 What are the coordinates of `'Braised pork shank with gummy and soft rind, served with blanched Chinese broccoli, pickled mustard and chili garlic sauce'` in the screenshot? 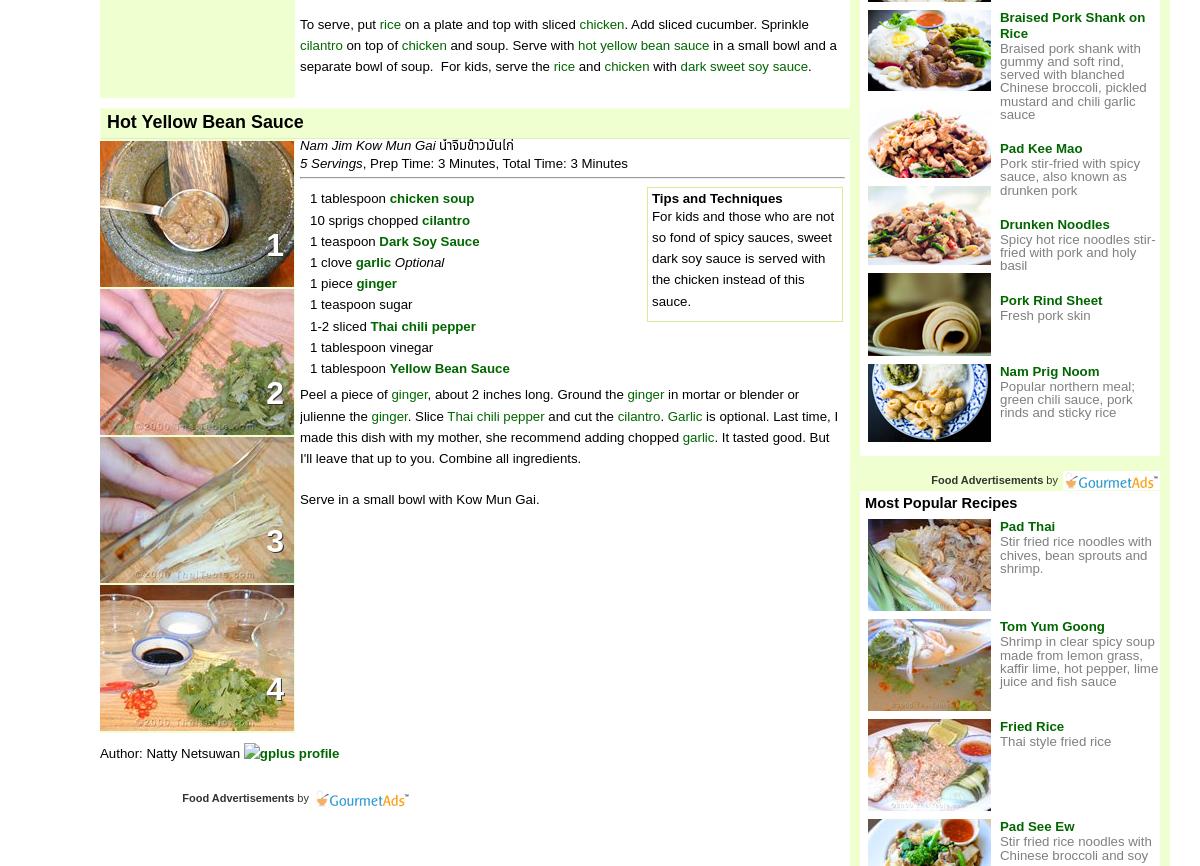 It's located at (1072, 80).